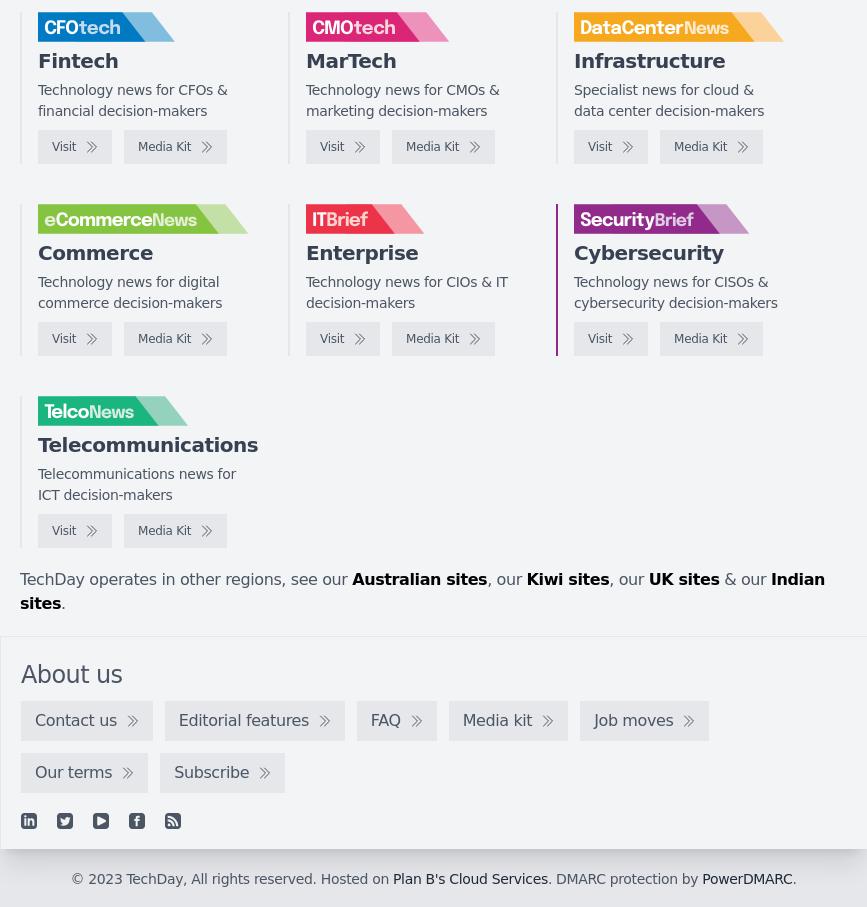 This screenshot has height=907, width=867. Describe the element at coordinates (73, 770) in the screenshot. I see `'Our terms'` at that location.